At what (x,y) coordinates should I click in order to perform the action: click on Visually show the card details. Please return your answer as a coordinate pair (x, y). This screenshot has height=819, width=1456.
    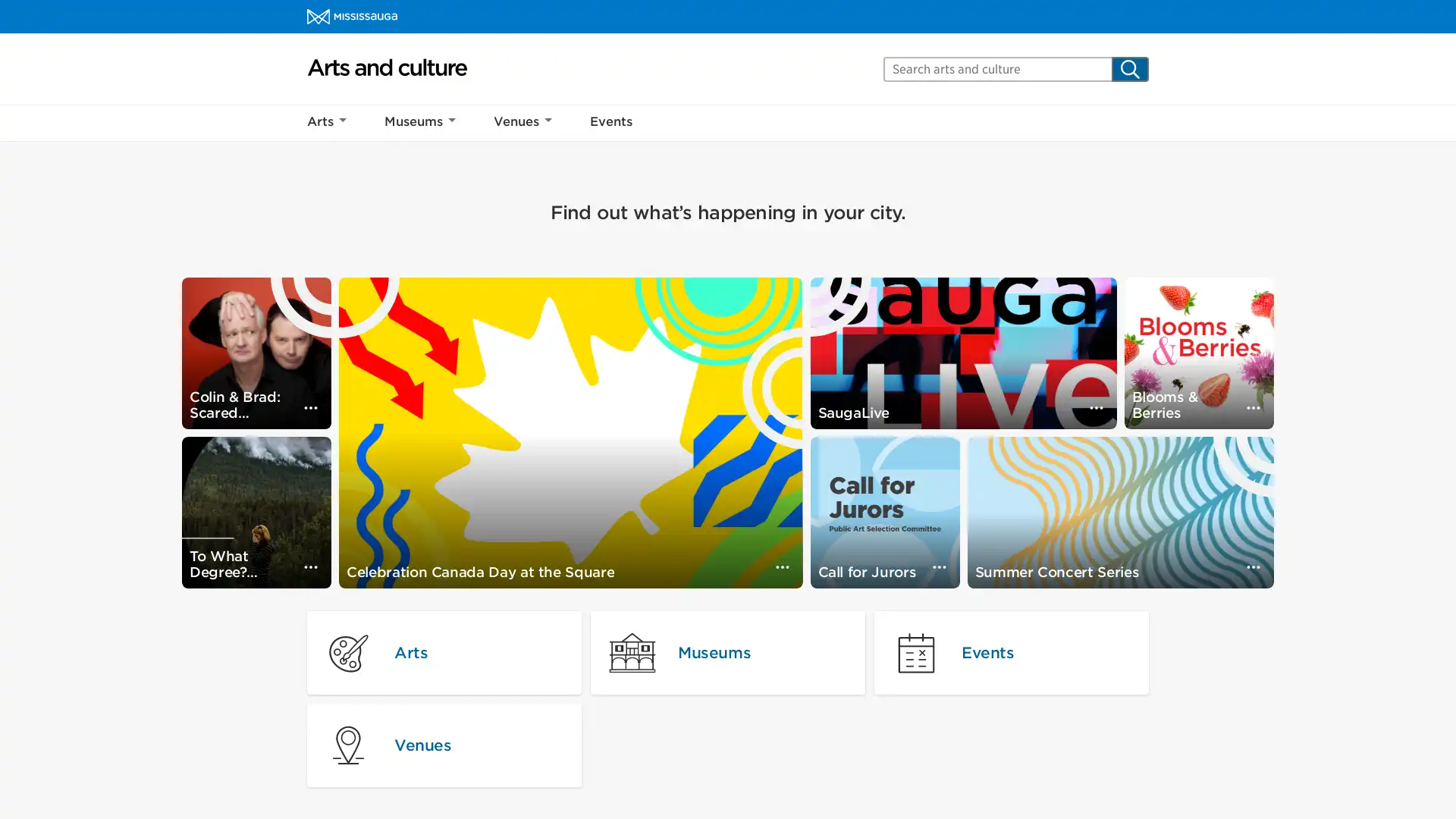
    Looking at the image, I should click on (938, 567).